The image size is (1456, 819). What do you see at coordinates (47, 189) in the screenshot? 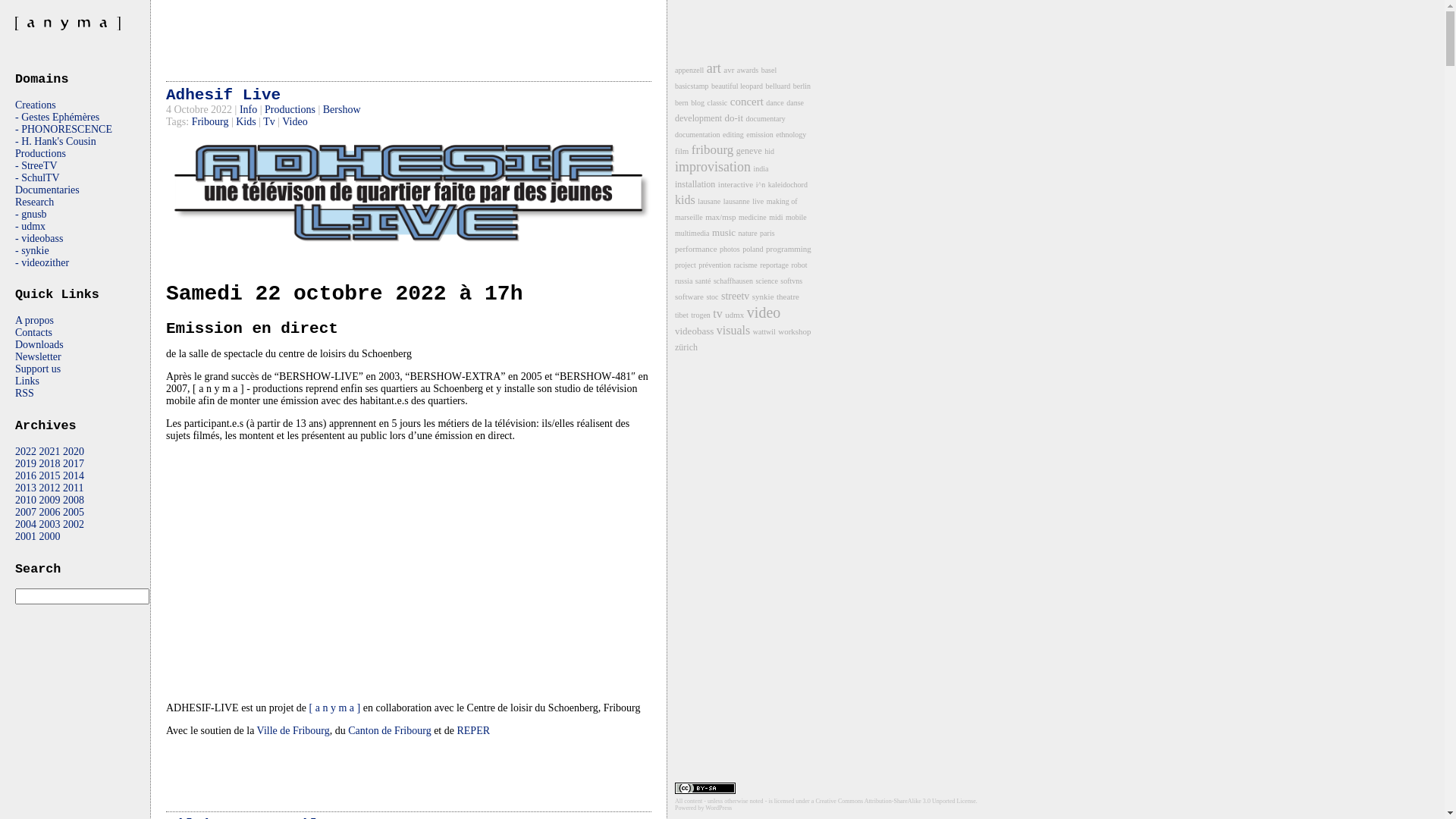
I see `'Documentaries'` at bounding box center [47, 189].